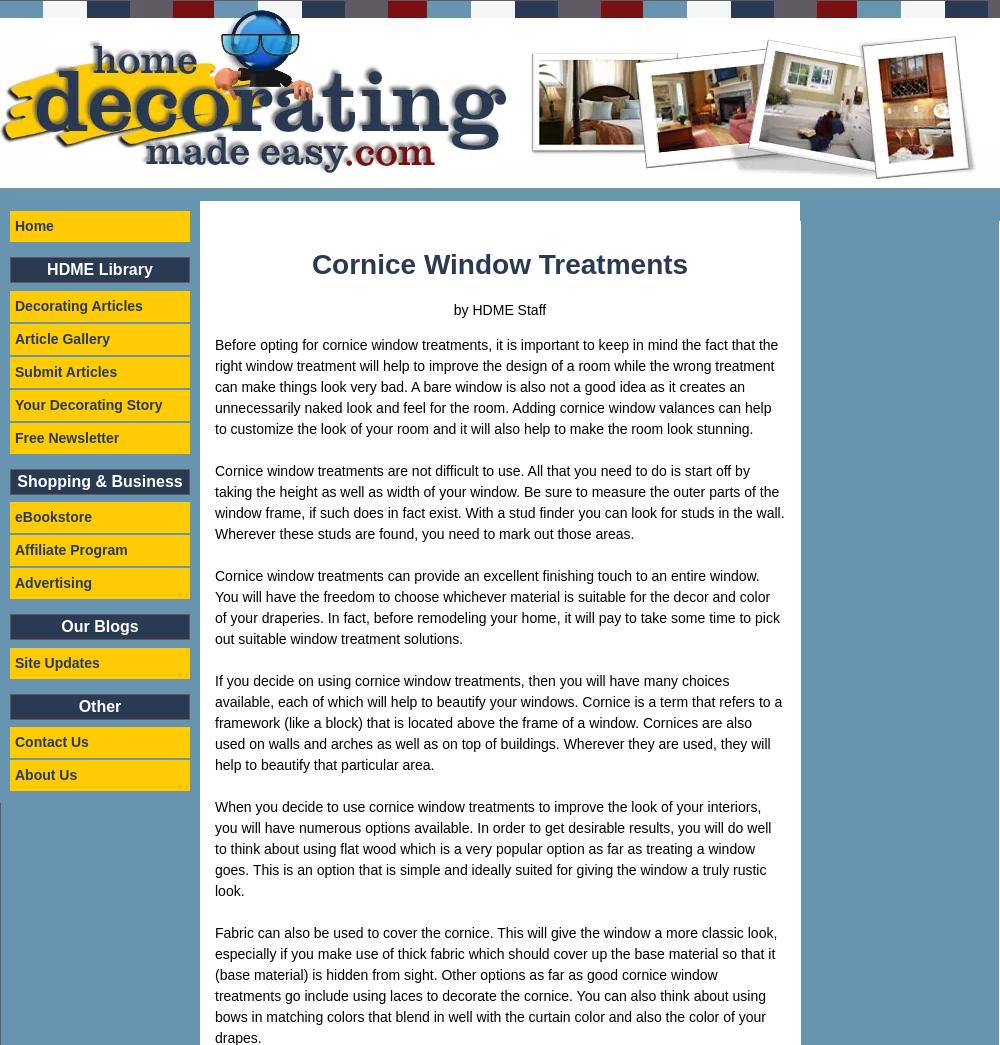 This screenshot has width=1000, height=1045. Describe the element at coordinates (498, 263) in the screenshot. I see `'Cornice Window Treatments'` at that location.